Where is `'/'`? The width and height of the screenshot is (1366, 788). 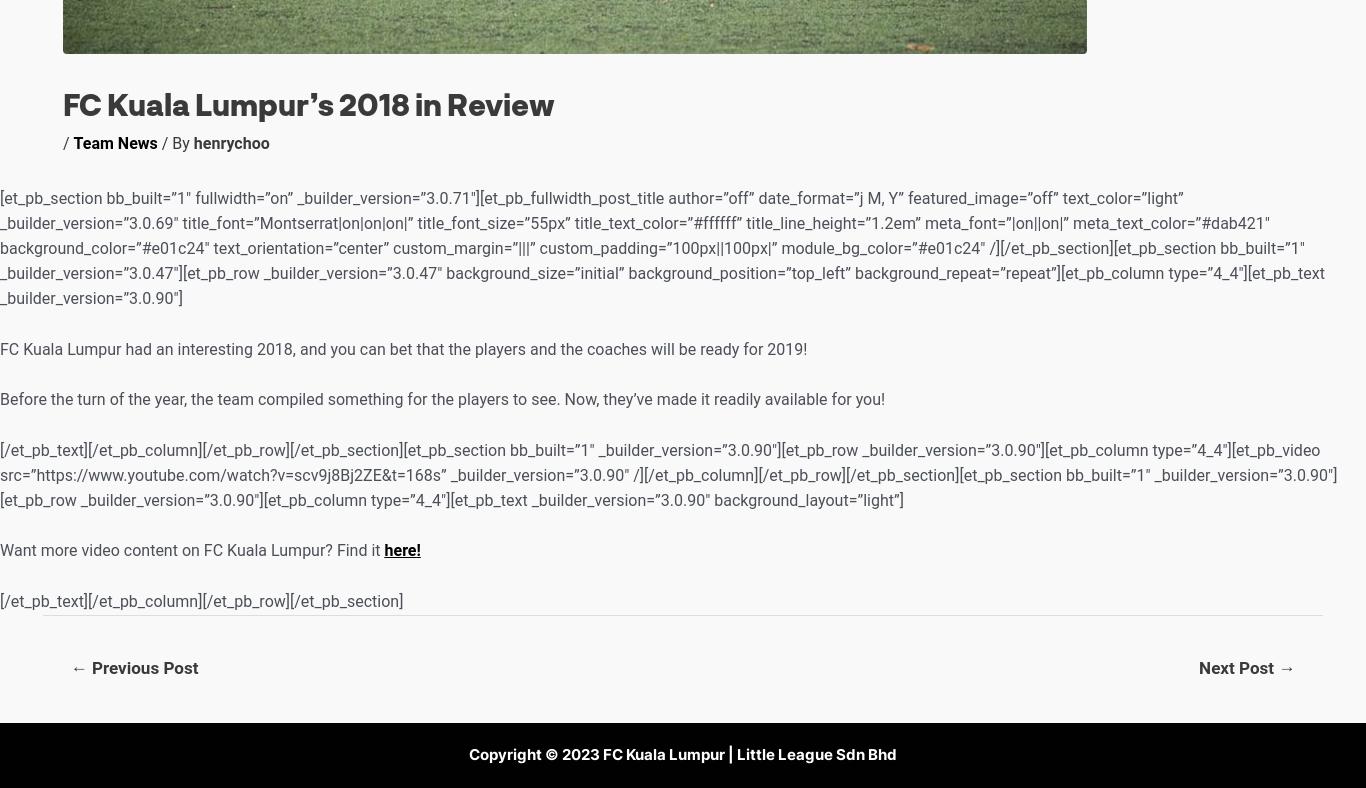 '/' is located at coordinates (68, 143).